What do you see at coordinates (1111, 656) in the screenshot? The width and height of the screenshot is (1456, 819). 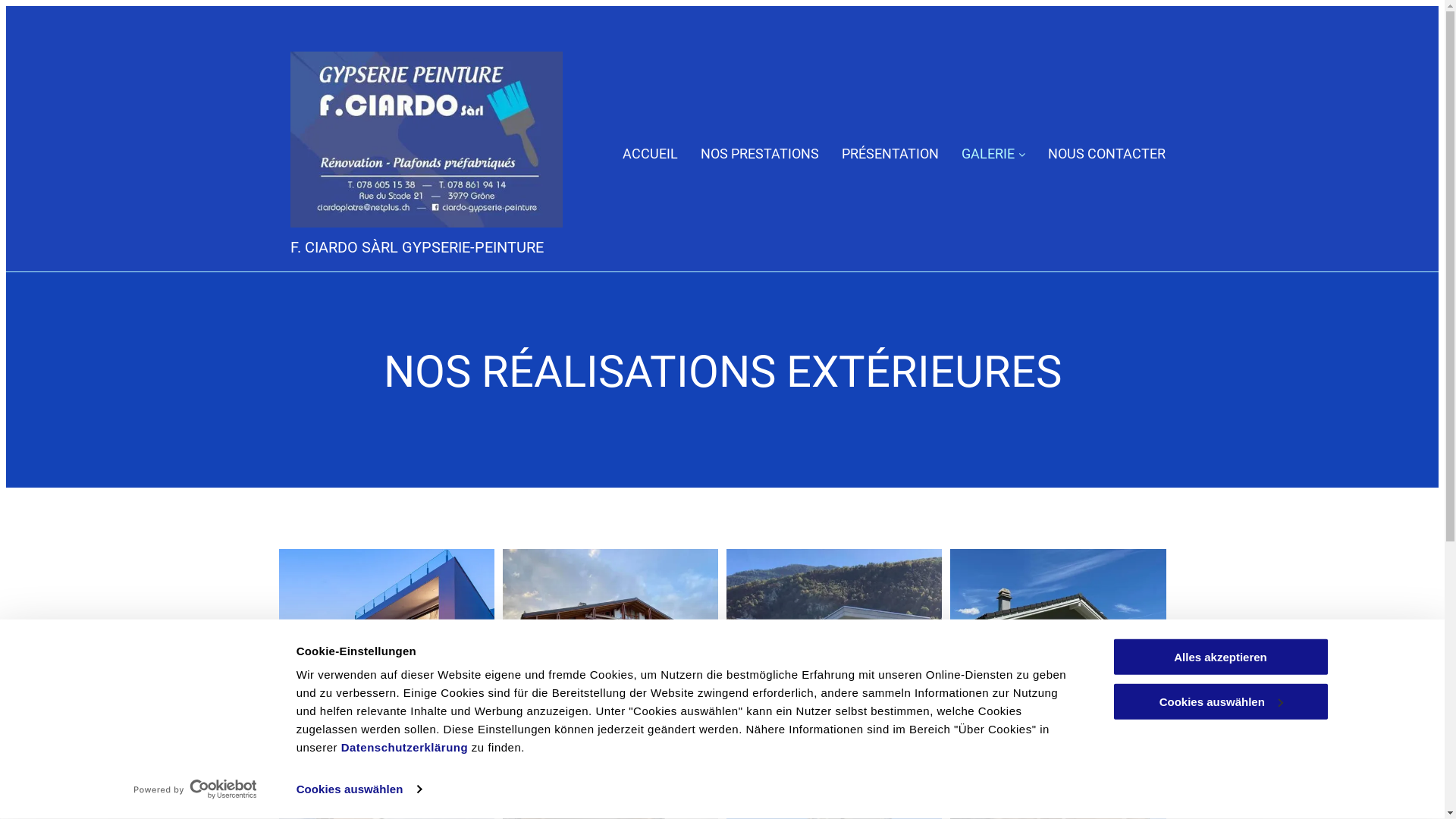 I see `'Alles akzeptieren'` at bounding box center [1111, 656].